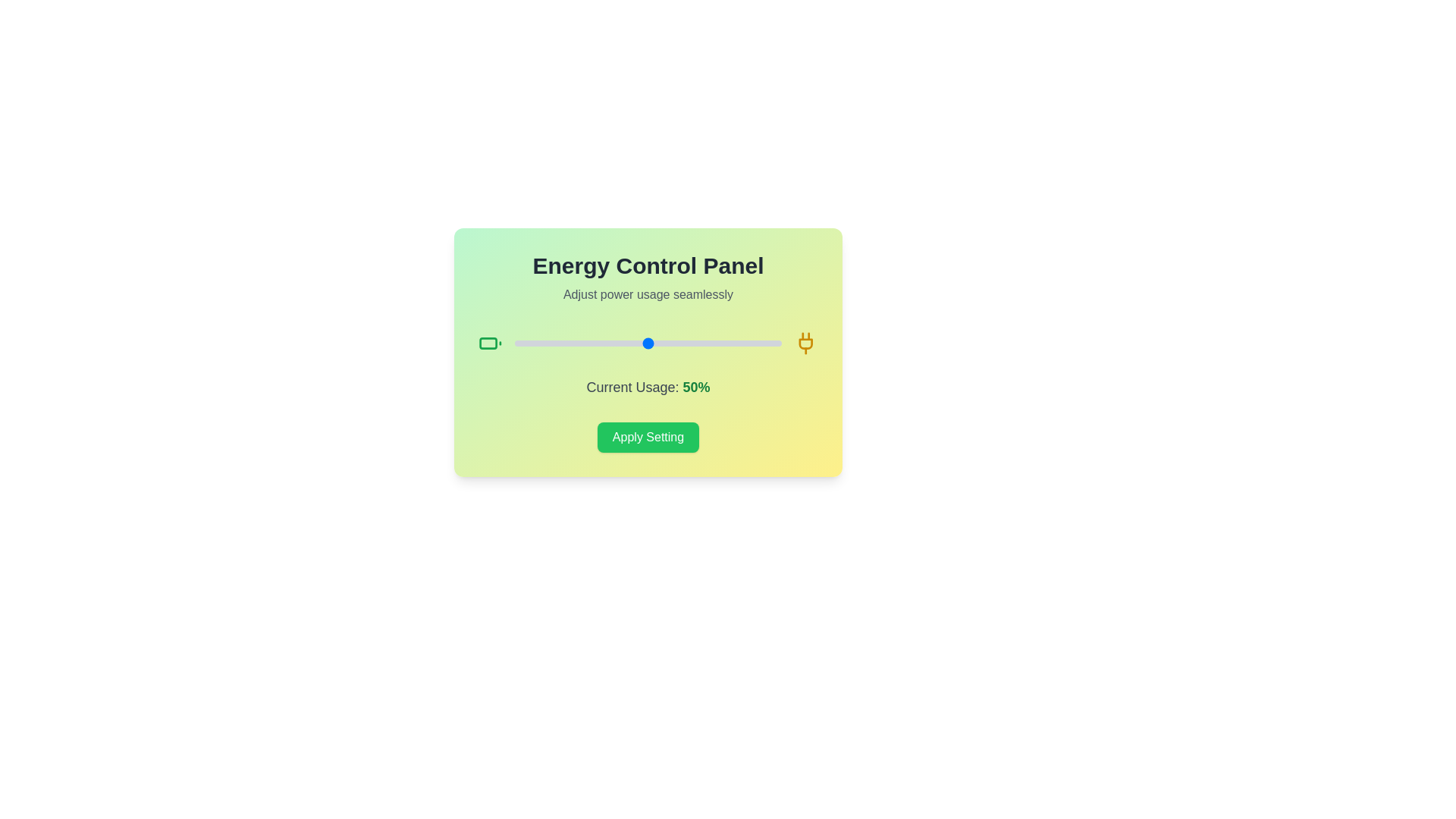 The width and height of the screenshot is (1456, 819). I want to click on the energy usage slider, so click(621, 343).